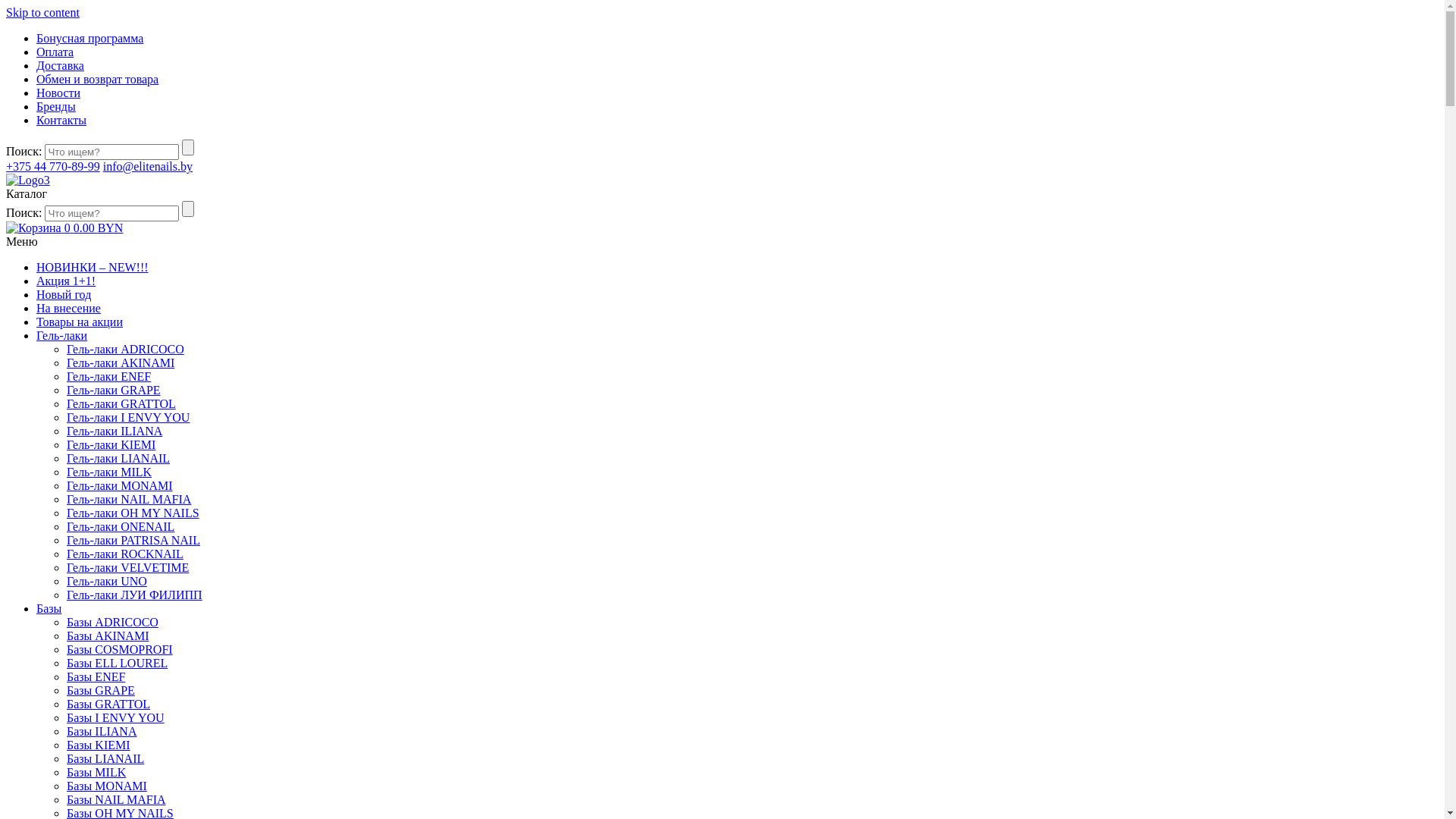 This screenshot has width=1456, height=819. Describe the element at coordinates (42, 12) in the screenshot. I see `'Skip to content'` at that location.